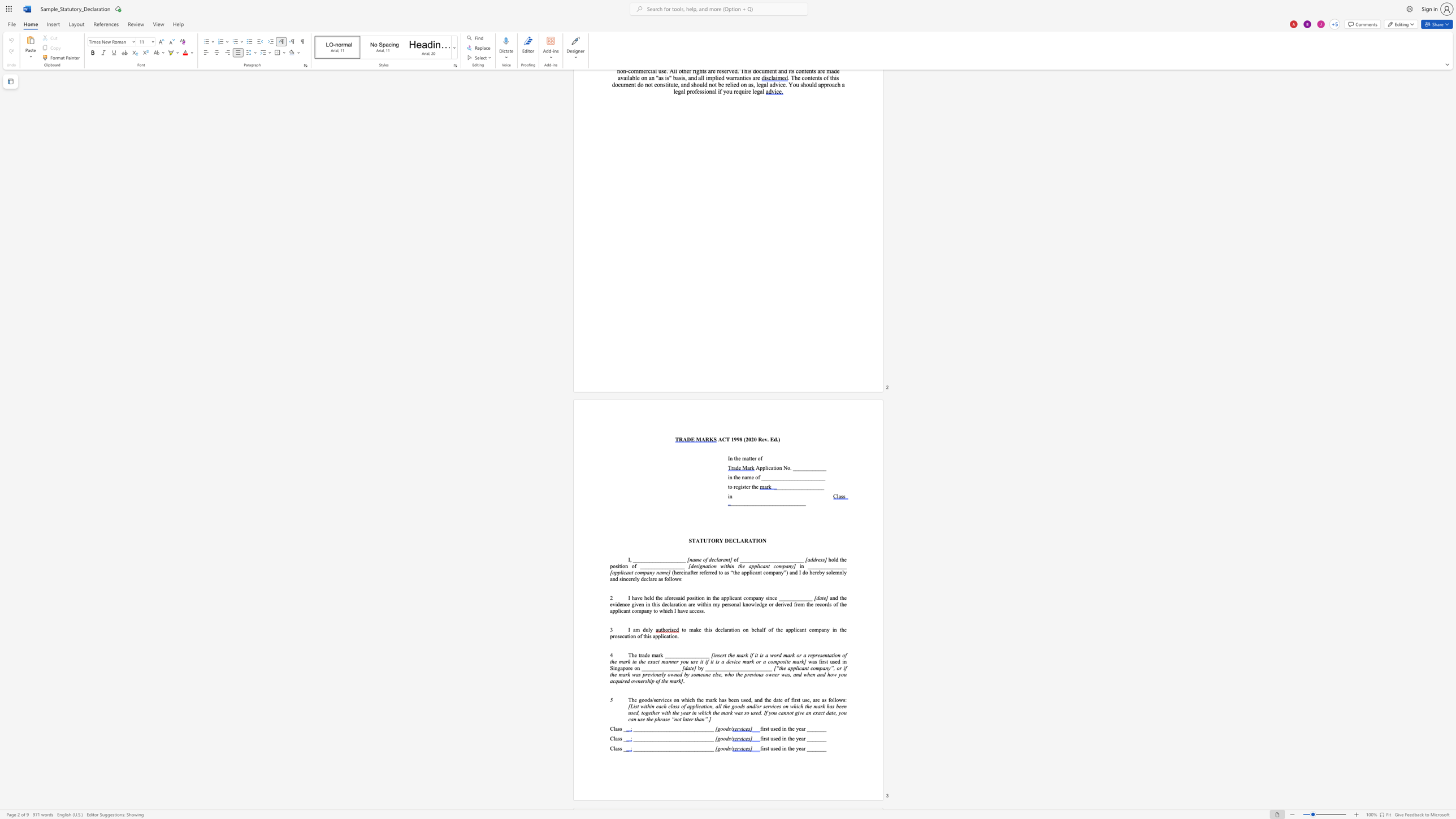  I want to click on the 1th character "m" in the text, so click(637, 630).